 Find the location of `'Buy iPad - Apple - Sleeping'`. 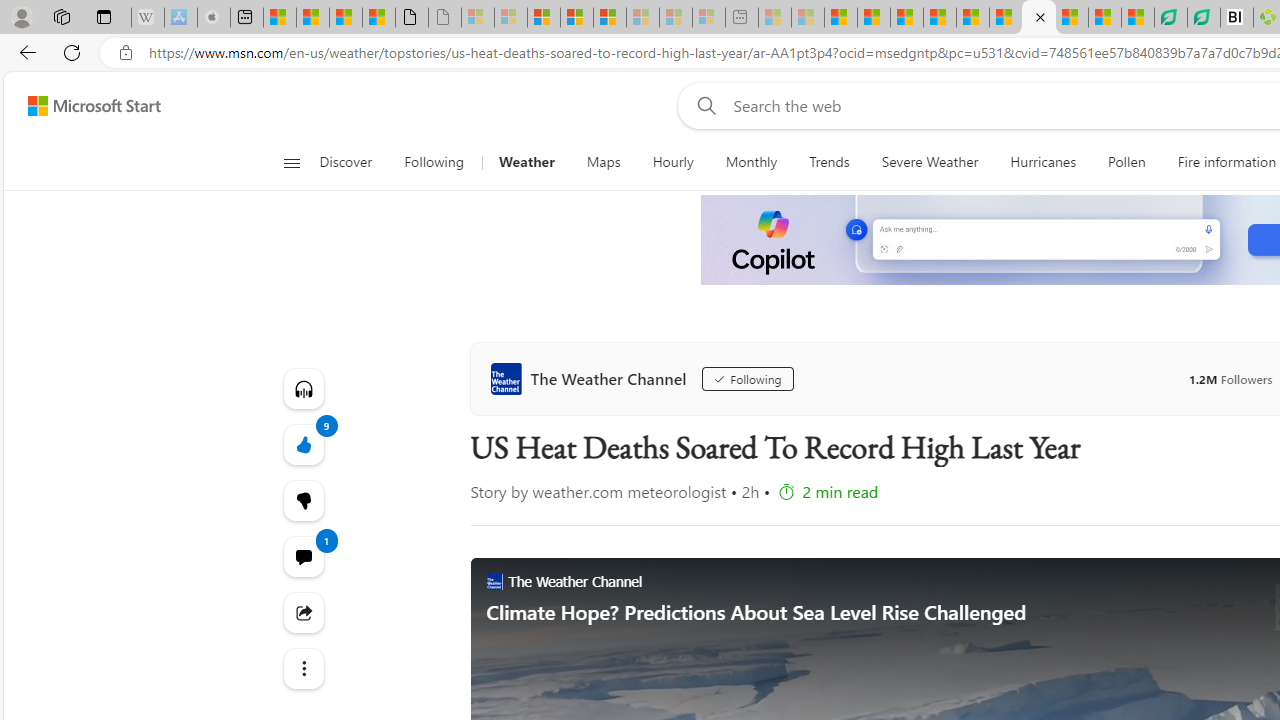

'Buy iPad - Apple - Sleeping' is located at coordinates (214, 17).